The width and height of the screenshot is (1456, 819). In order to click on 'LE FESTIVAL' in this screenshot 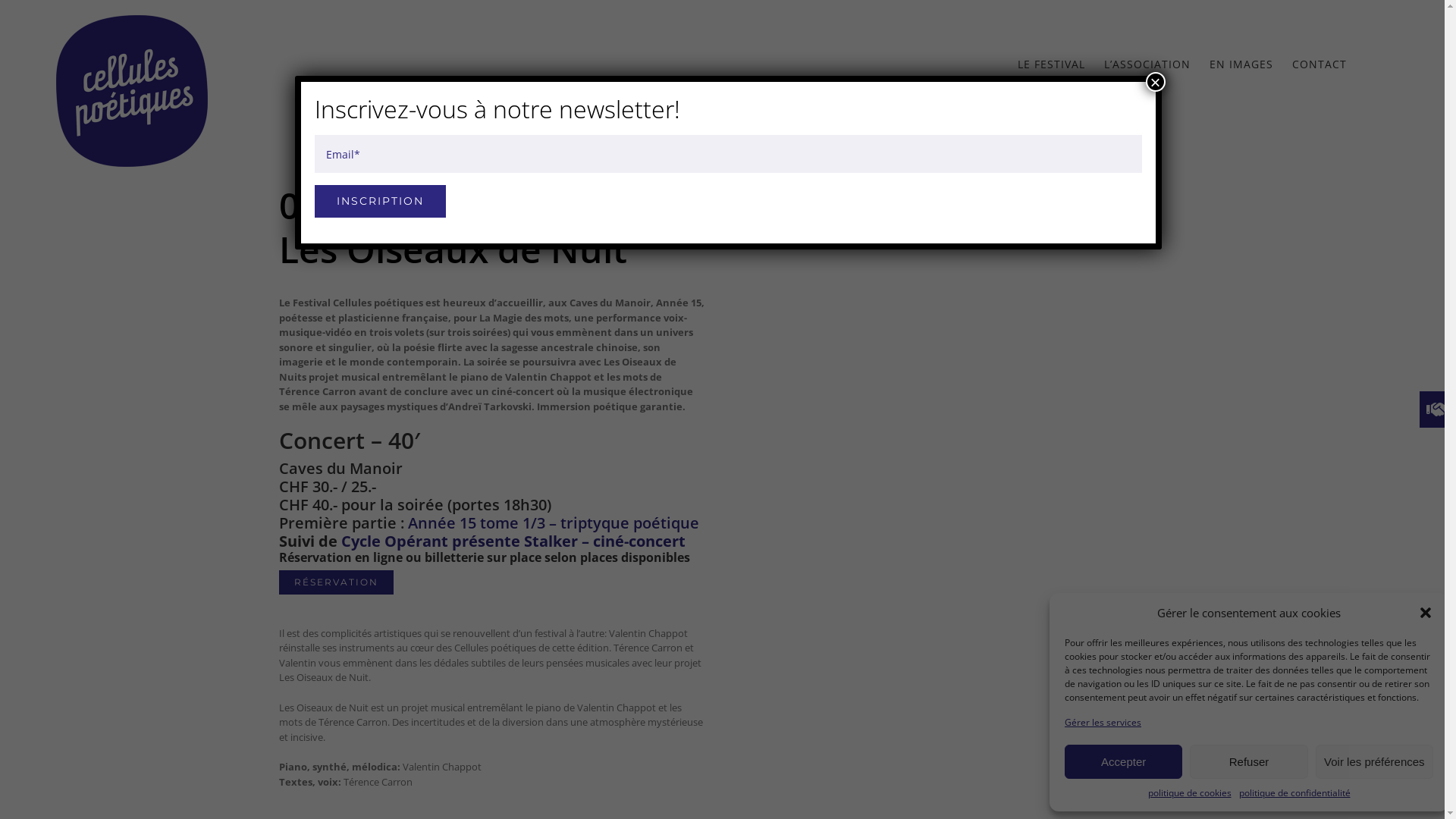, I will do `click(1018, 63)`.